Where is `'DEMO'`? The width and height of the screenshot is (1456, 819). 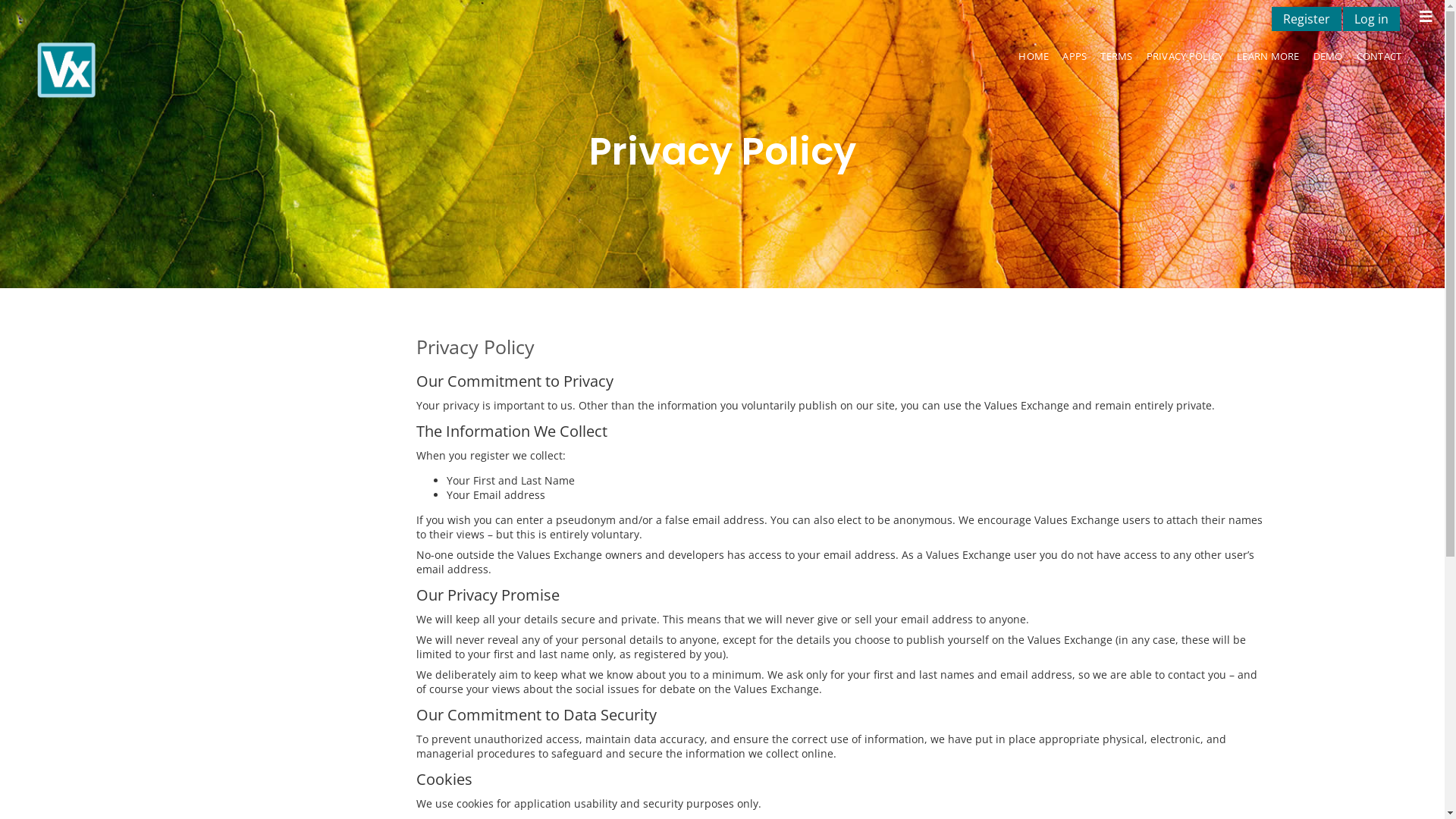
'DEMO' is located at coordinates (1327, 55).